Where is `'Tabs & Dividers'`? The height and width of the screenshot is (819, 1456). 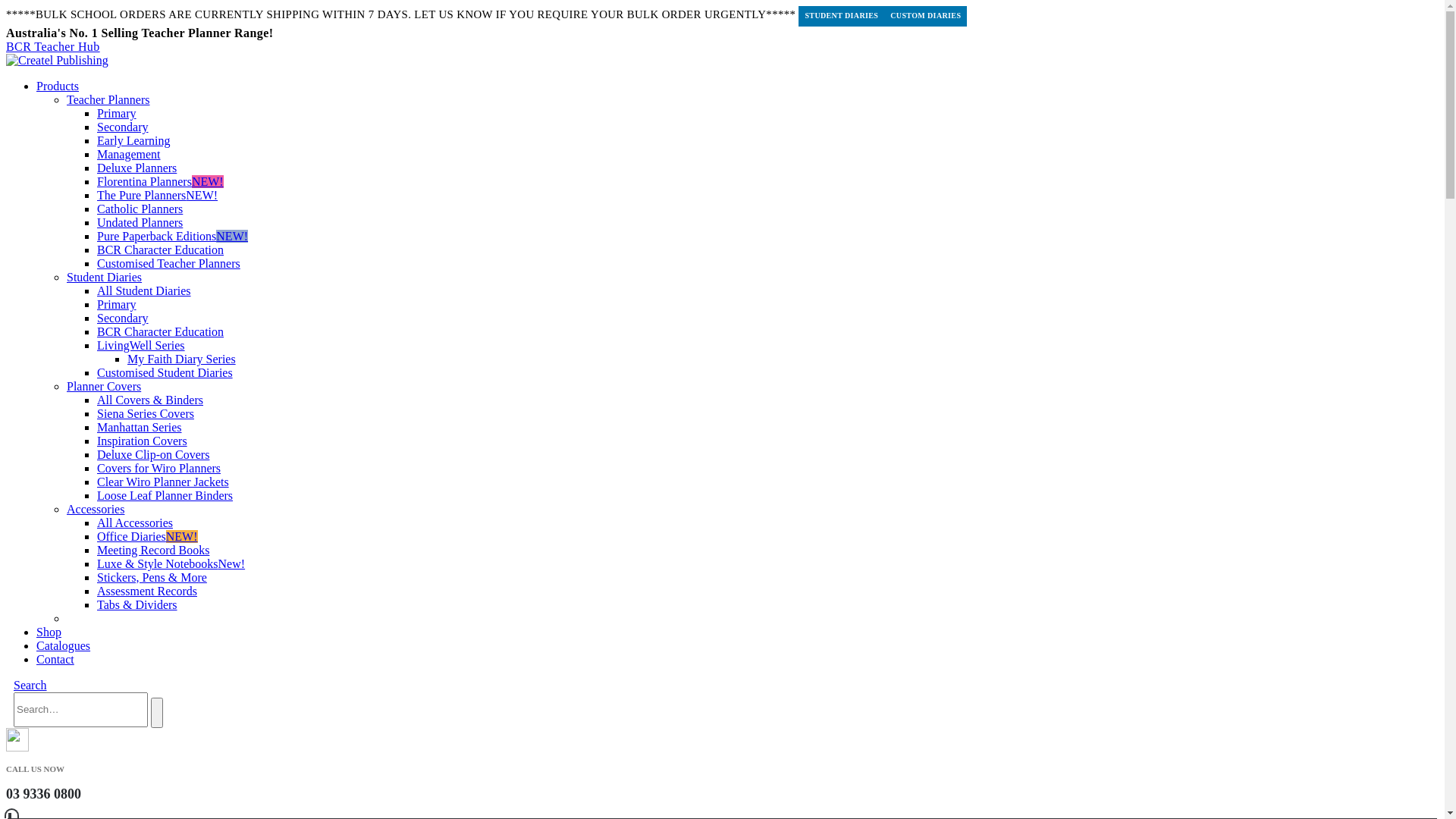
'Tabs & Dividers' is located at coordinates (96, 604).